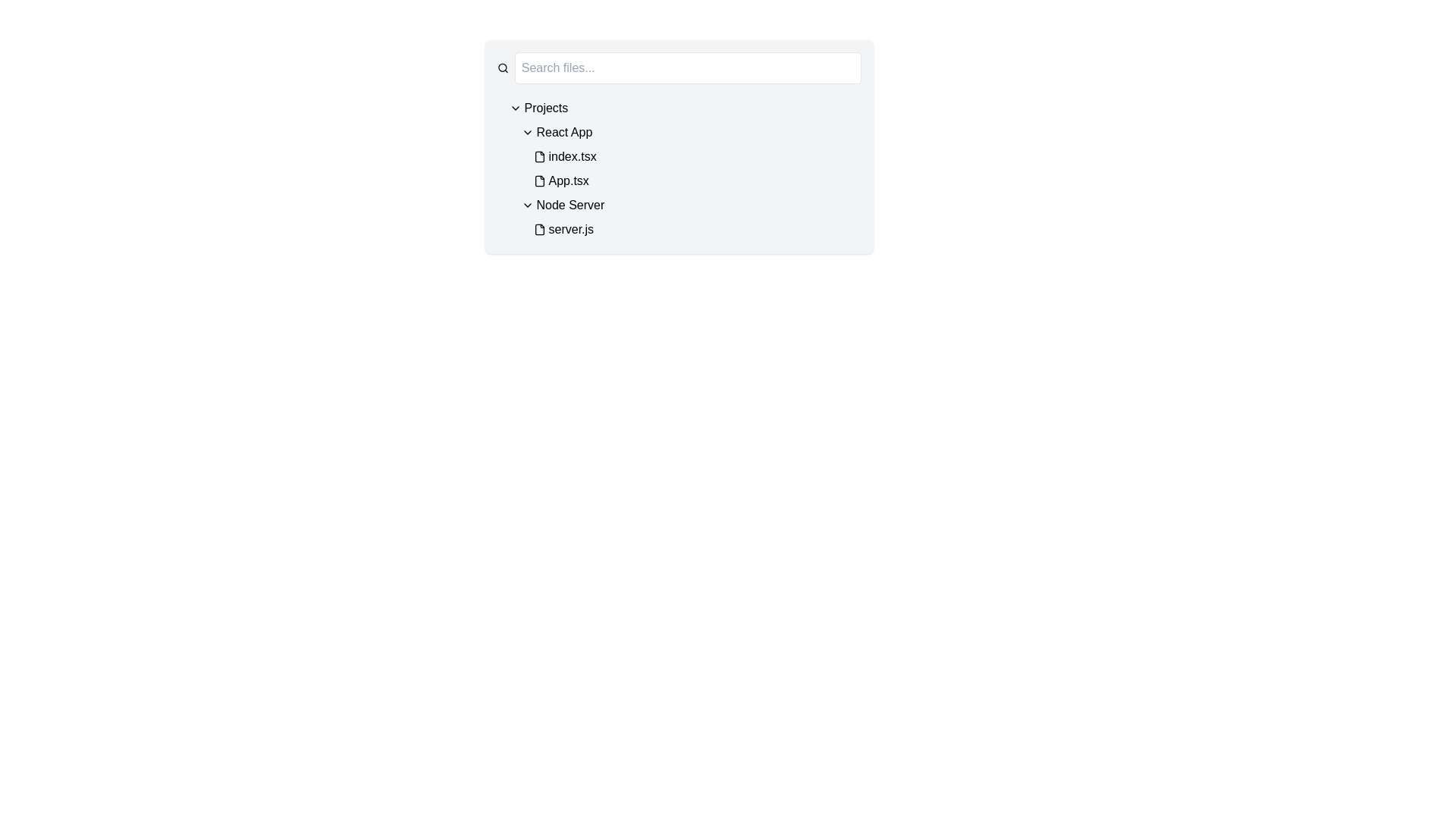 The height and width of the screenshot is (819, 1456). Describe the element at coordinates (539, 157) in the screenshot. I see `the file icon component that represents a document, located adjacent to the 'index.tsx' text under the 'React App' subheading` at that location.